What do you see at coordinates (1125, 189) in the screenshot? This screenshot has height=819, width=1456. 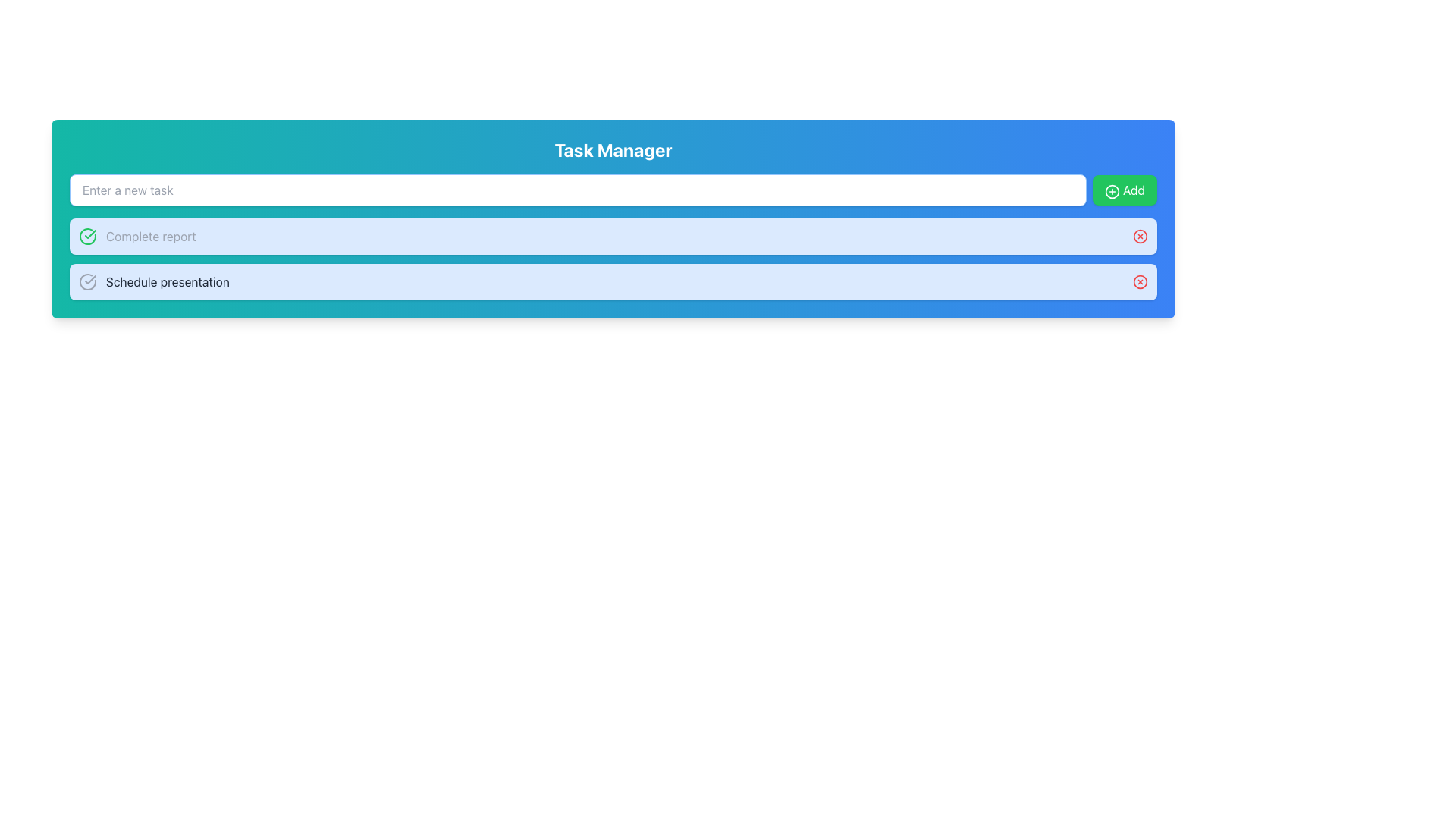 I see `the button located on the right side of the top input field to initiate the action of adding tasks or items` at bounding box center [1125, 189].